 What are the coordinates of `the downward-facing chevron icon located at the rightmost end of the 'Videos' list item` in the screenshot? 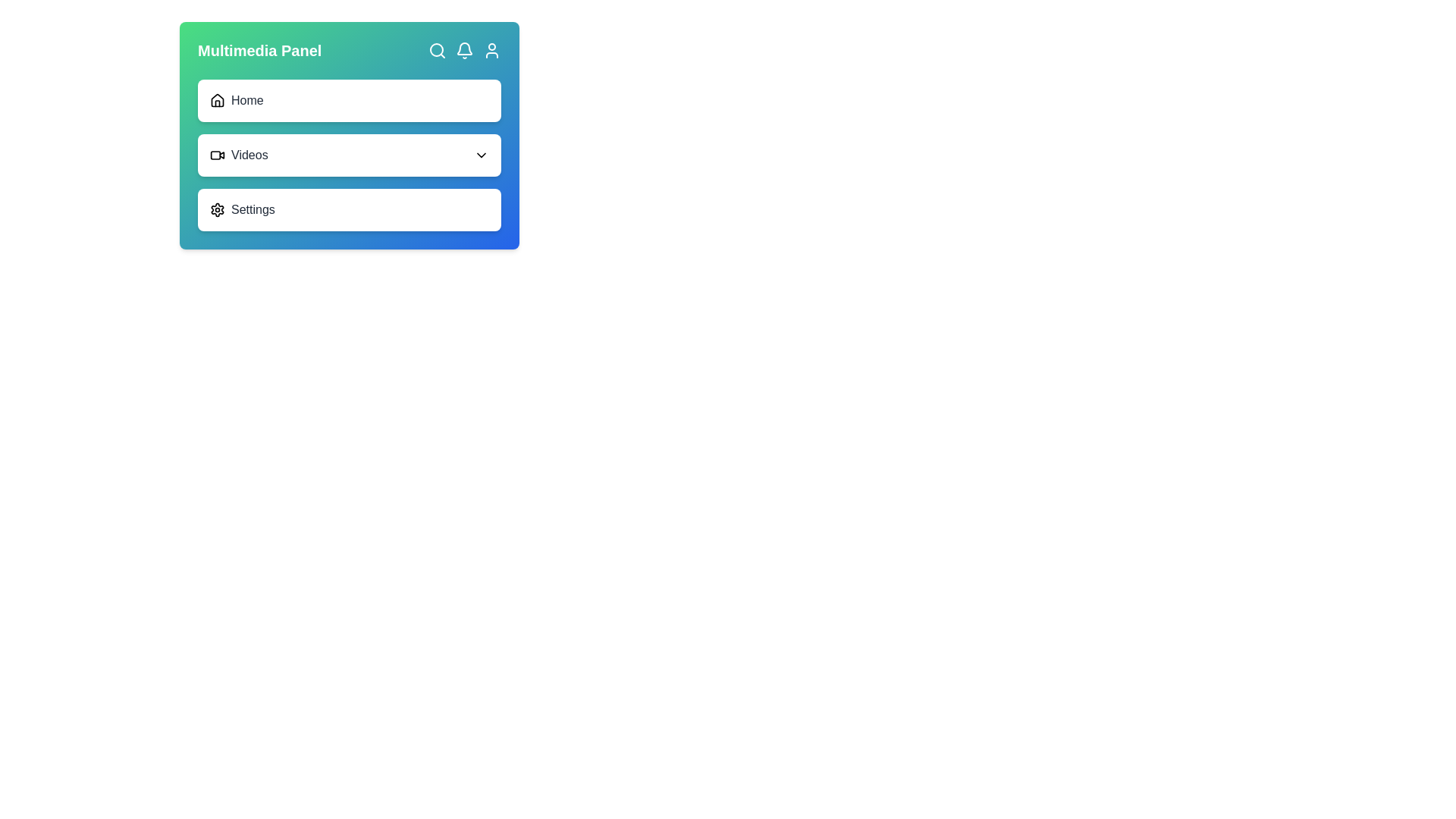 It's located at (480, 155).